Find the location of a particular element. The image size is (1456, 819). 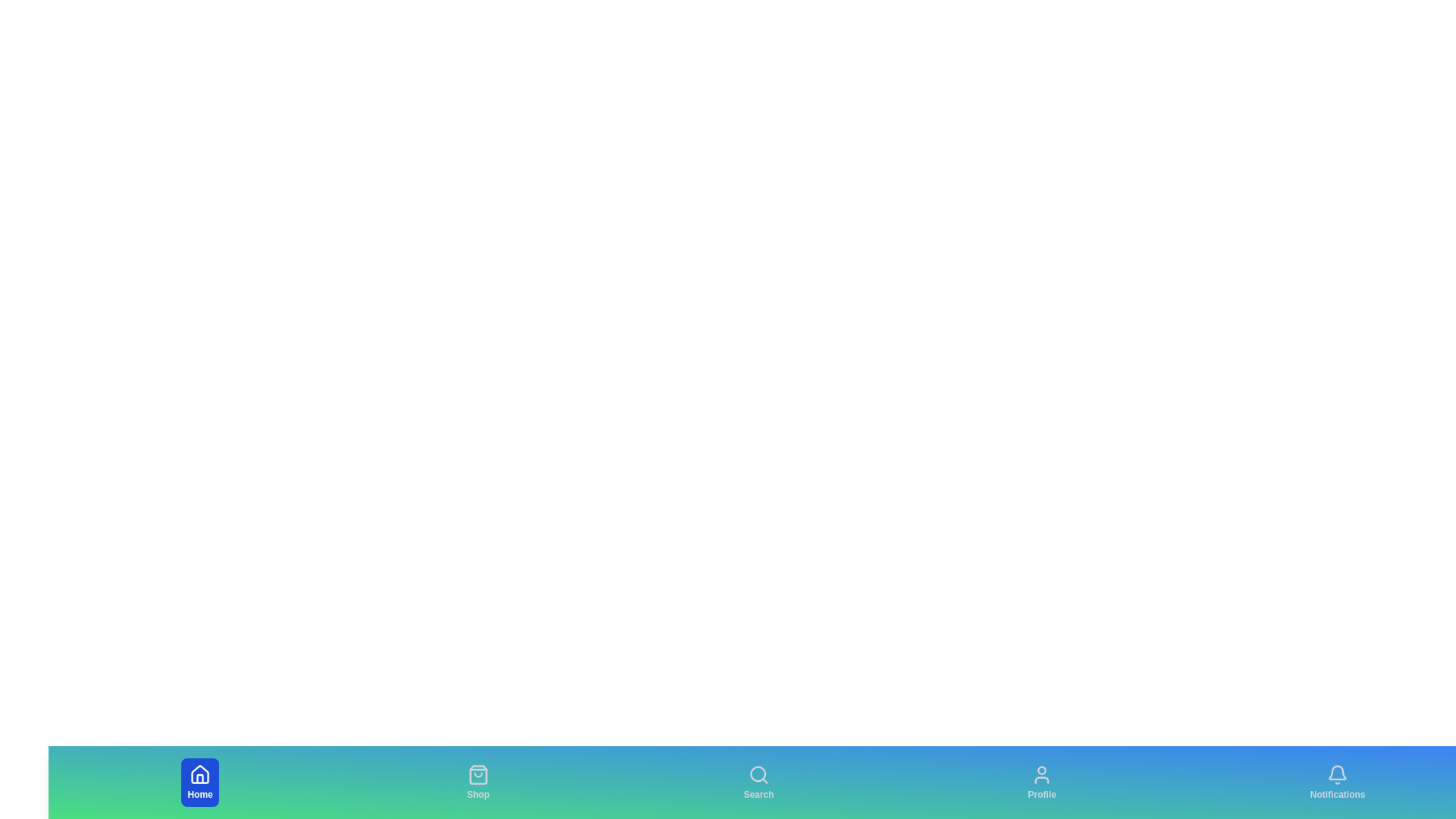

the Search tab to select it is located at coordinates (758, 783).